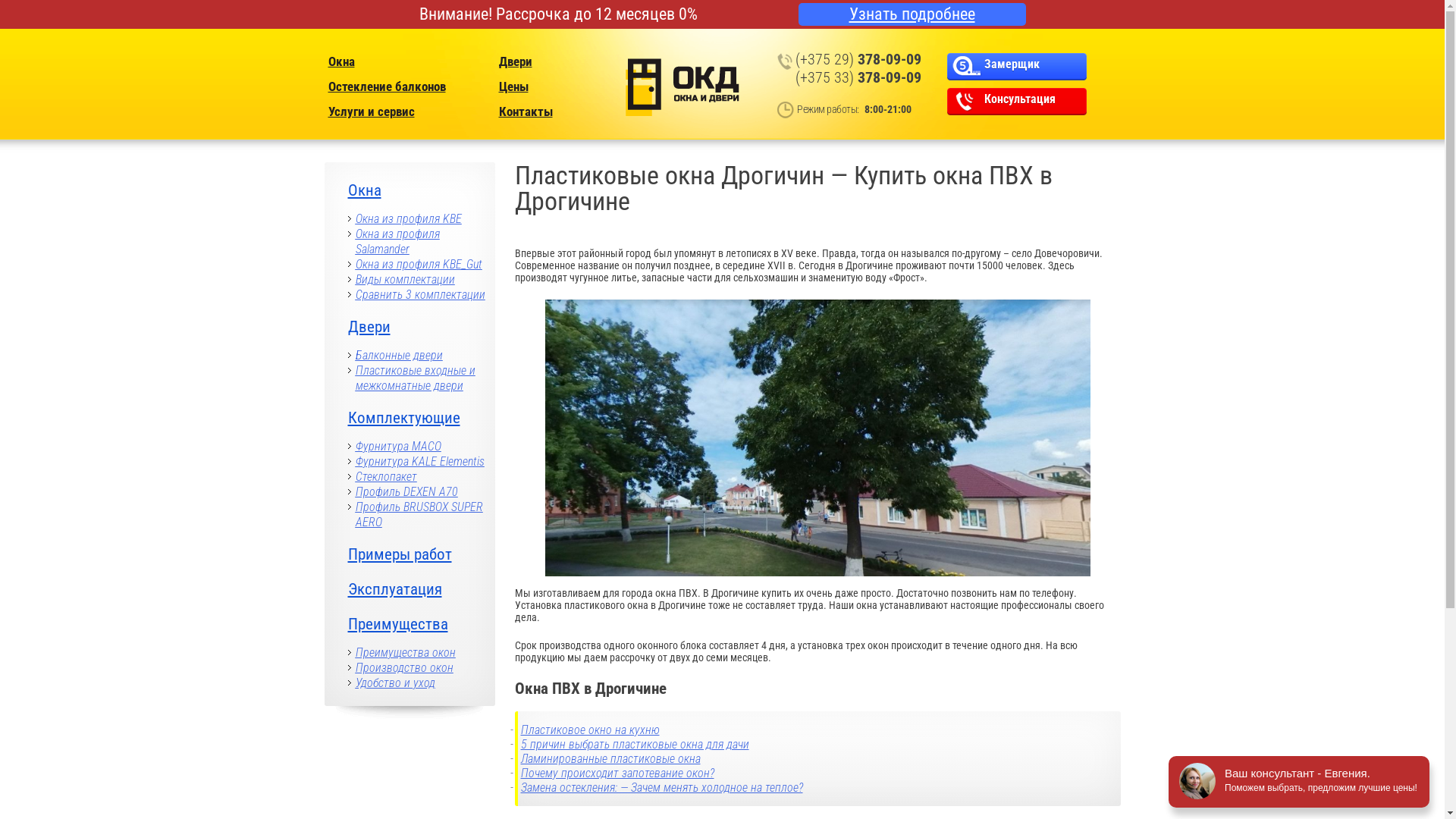 The height and width of the screenshot is (819, 1456). What do you see at coordinates (858, 77) in the screenshot?
I see `'(+375 33) 378-09-09'` at bounding box center [858, 77].